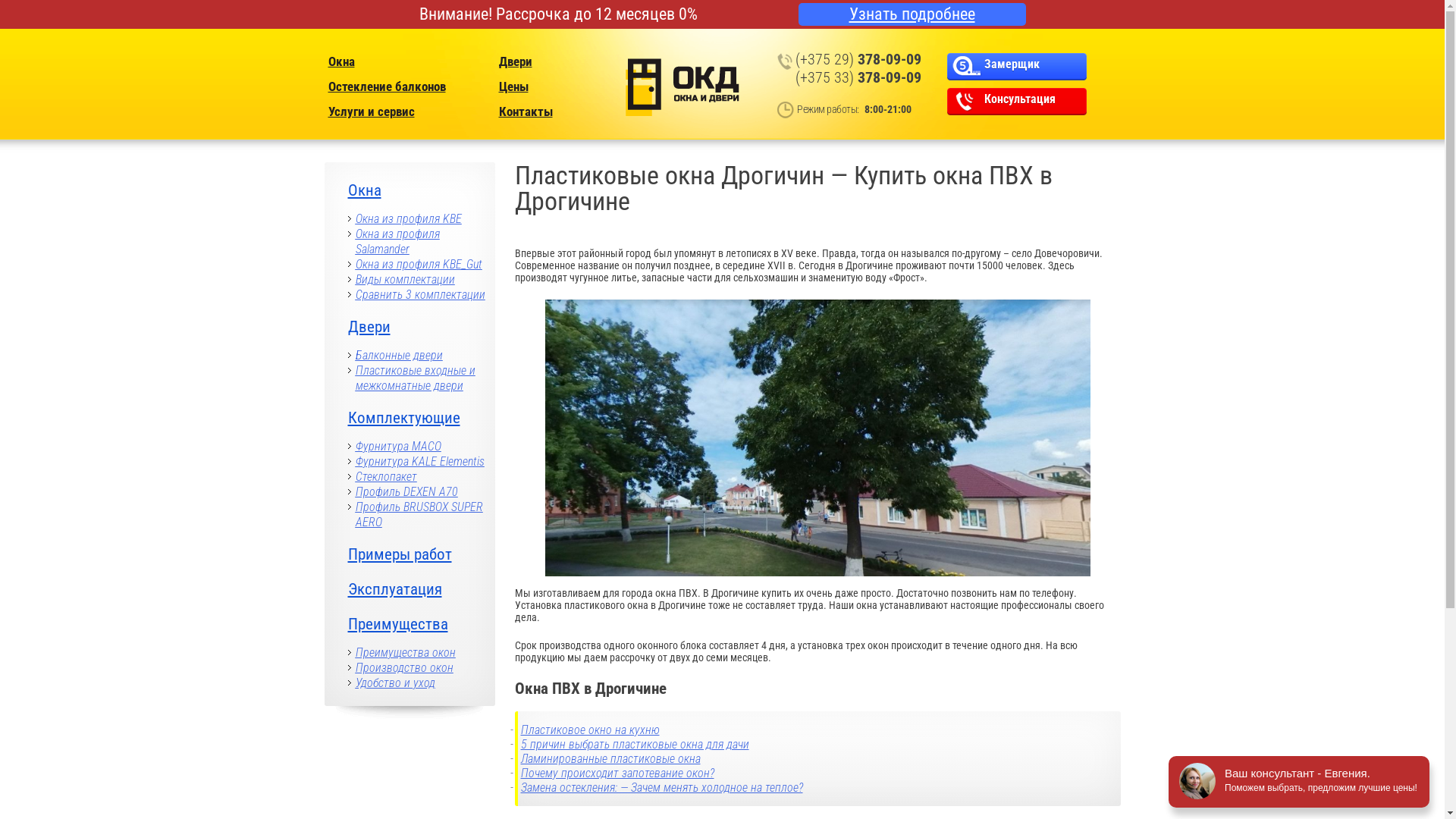 The height and width of the screenshot is (819, 1456). What do you see at coordinates (858, 77) in the screenshot?
I see `'(+375 33) 378-09-09'` at bounding box center [858, 77].